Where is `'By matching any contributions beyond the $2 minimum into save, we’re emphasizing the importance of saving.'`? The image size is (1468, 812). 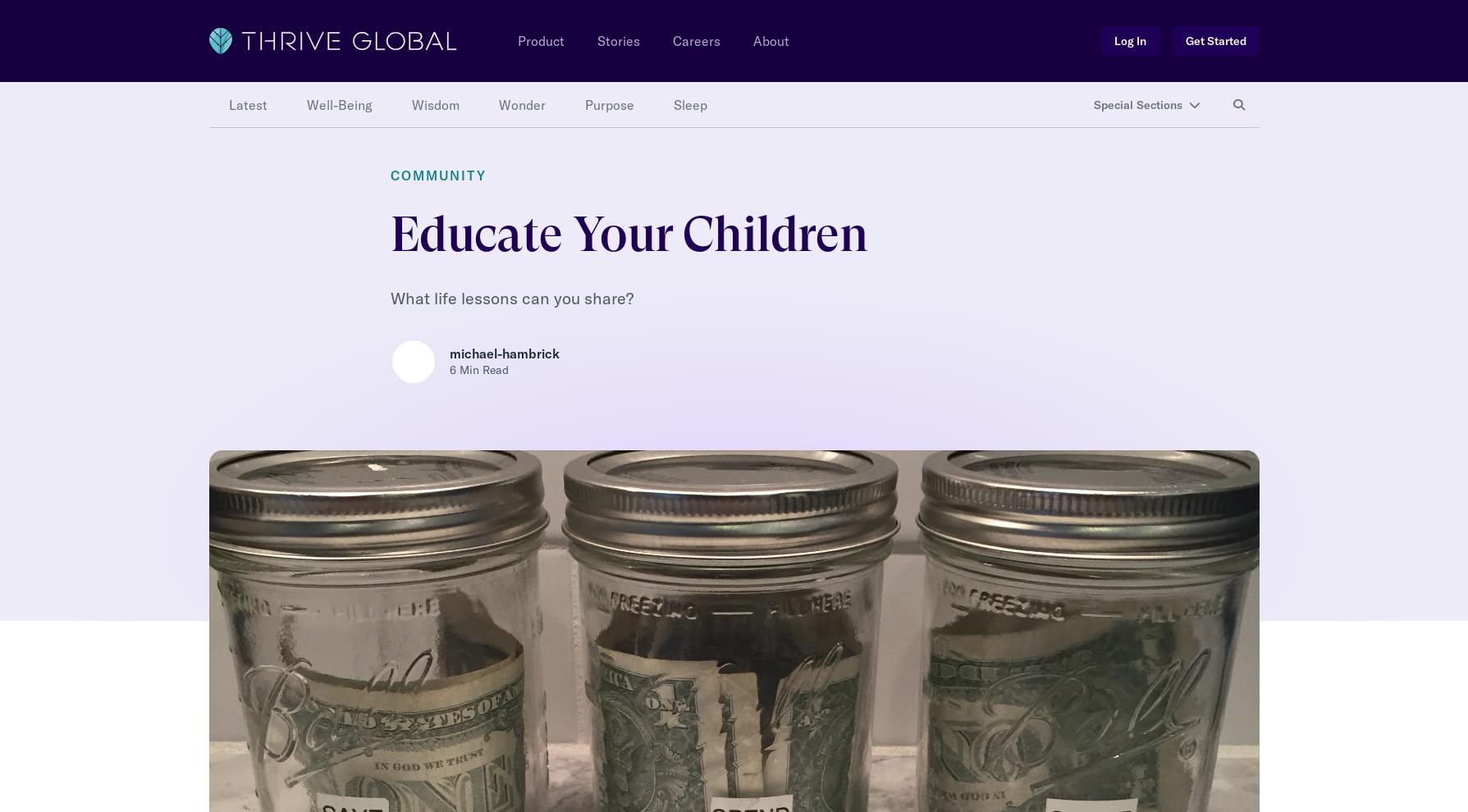 'By matching any contributions beyond the $2 minimum into save, we’re emphasizing the importance of saving.' is located at coordinates (722, 96).